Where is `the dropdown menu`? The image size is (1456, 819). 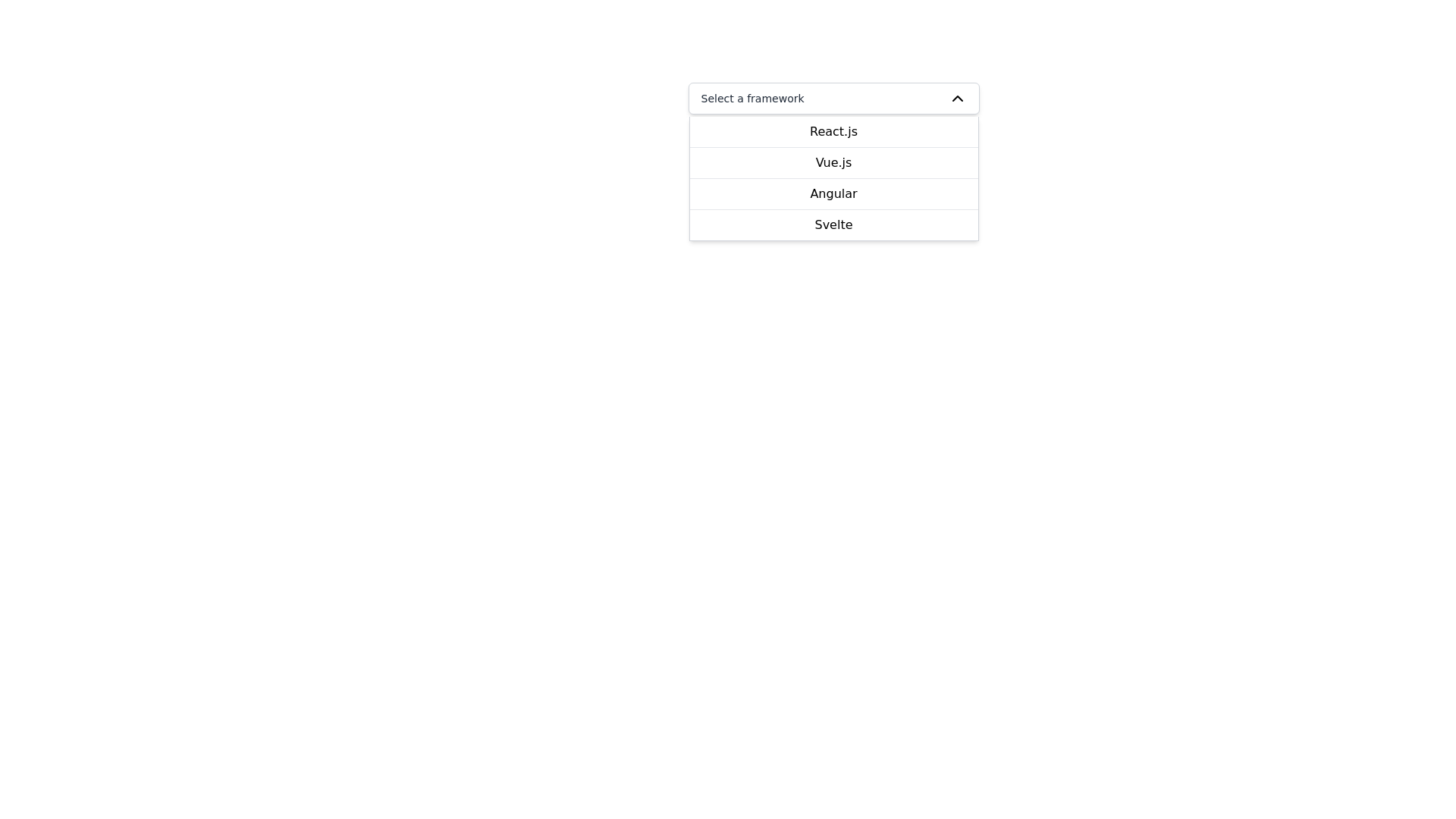
the dropdown menu is located at coordinates (833, 177).